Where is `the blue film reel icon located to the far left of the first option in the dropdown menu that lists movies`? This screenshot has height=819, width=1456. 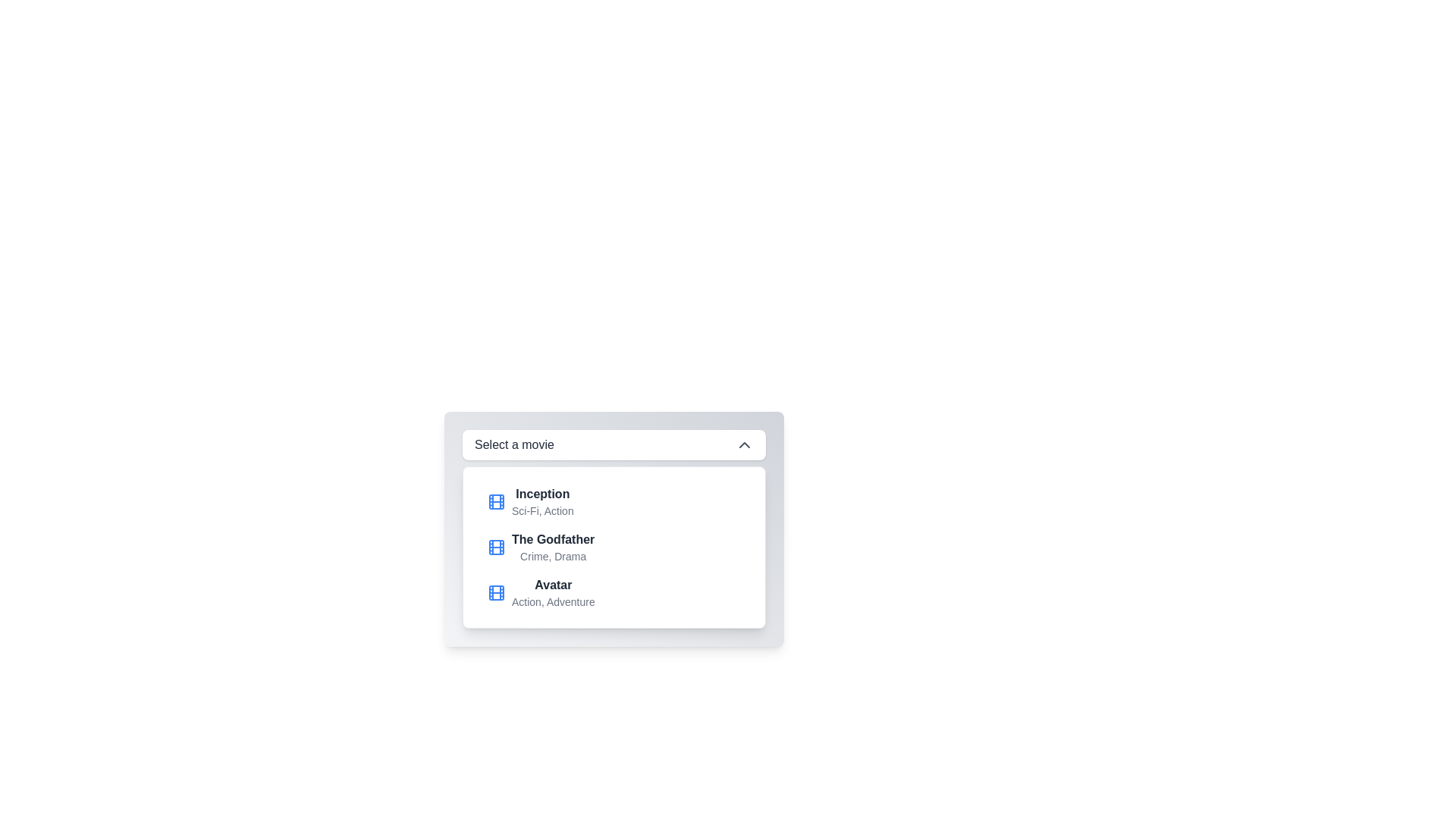 the blue film reel icon located to the far left of the first option in the dropdown menu that lists movies is located at coordinates (496, 502).